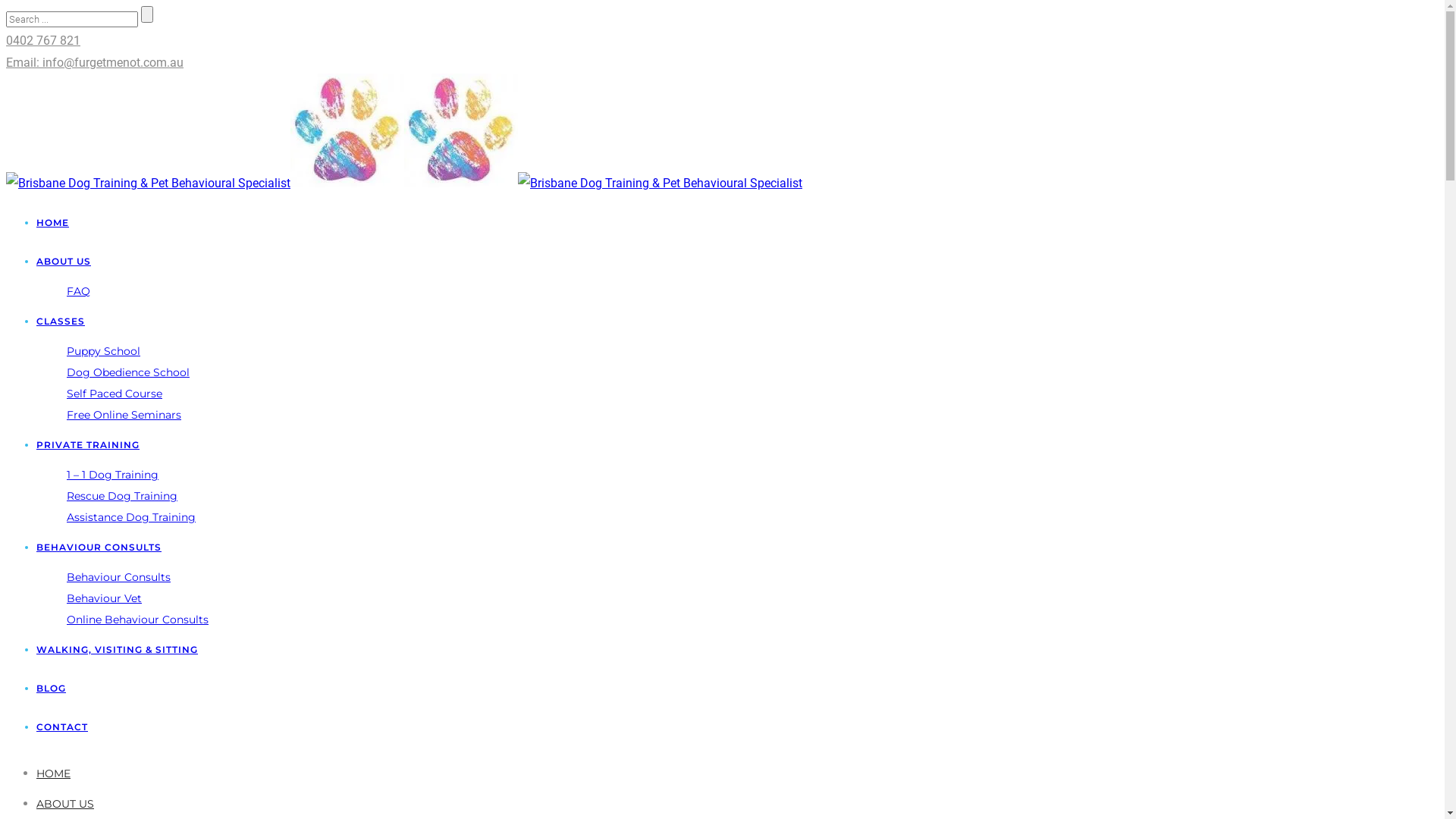  I want to click on 'Free Online Seminars', so click(124, 415).